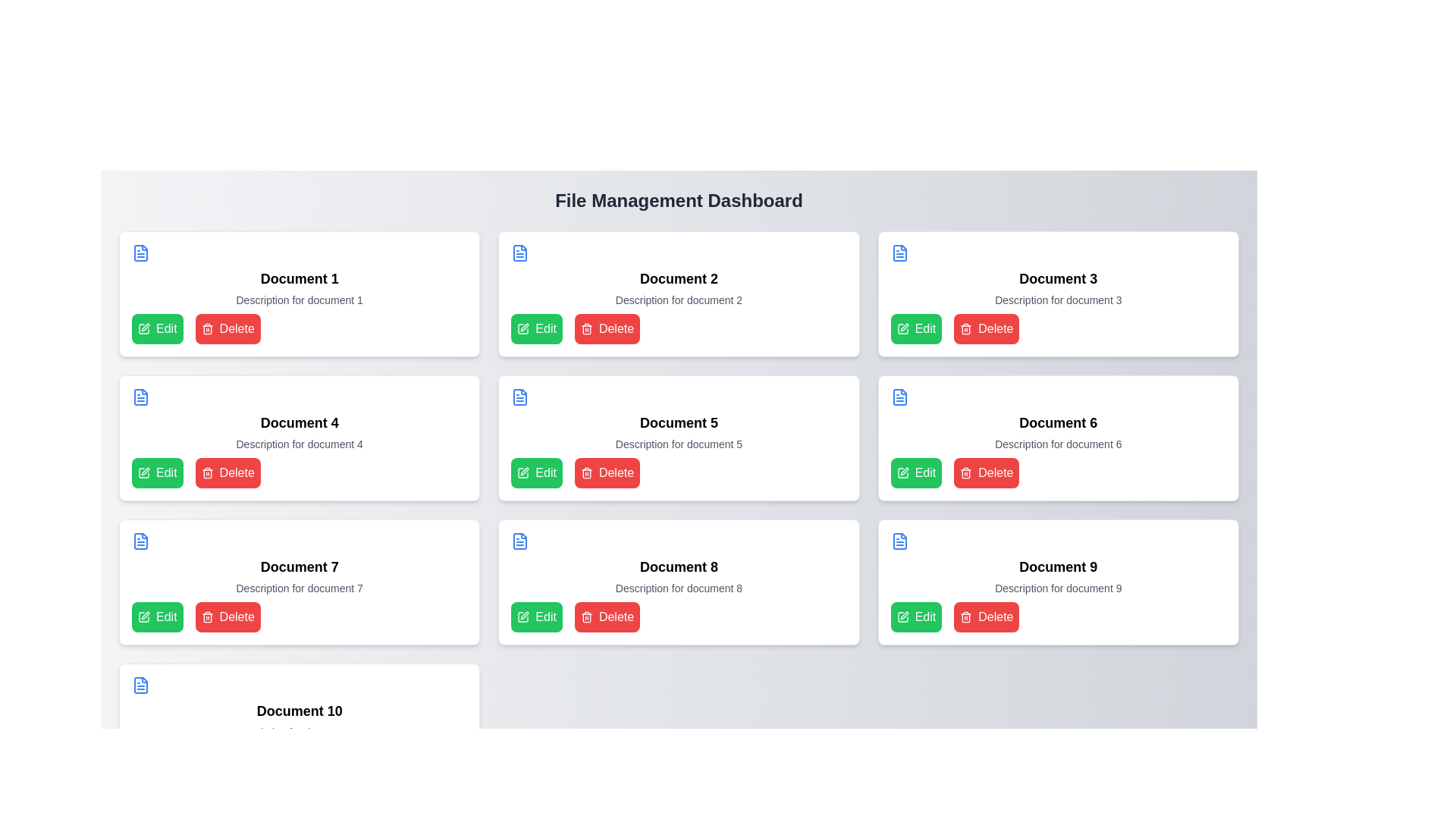 The width and height of the screenshot is (1456, 819). I want to click on the graphical icon element representing 'Document 10', located in the top-left corner of its card, which includes a red badge, so click(141, 685).